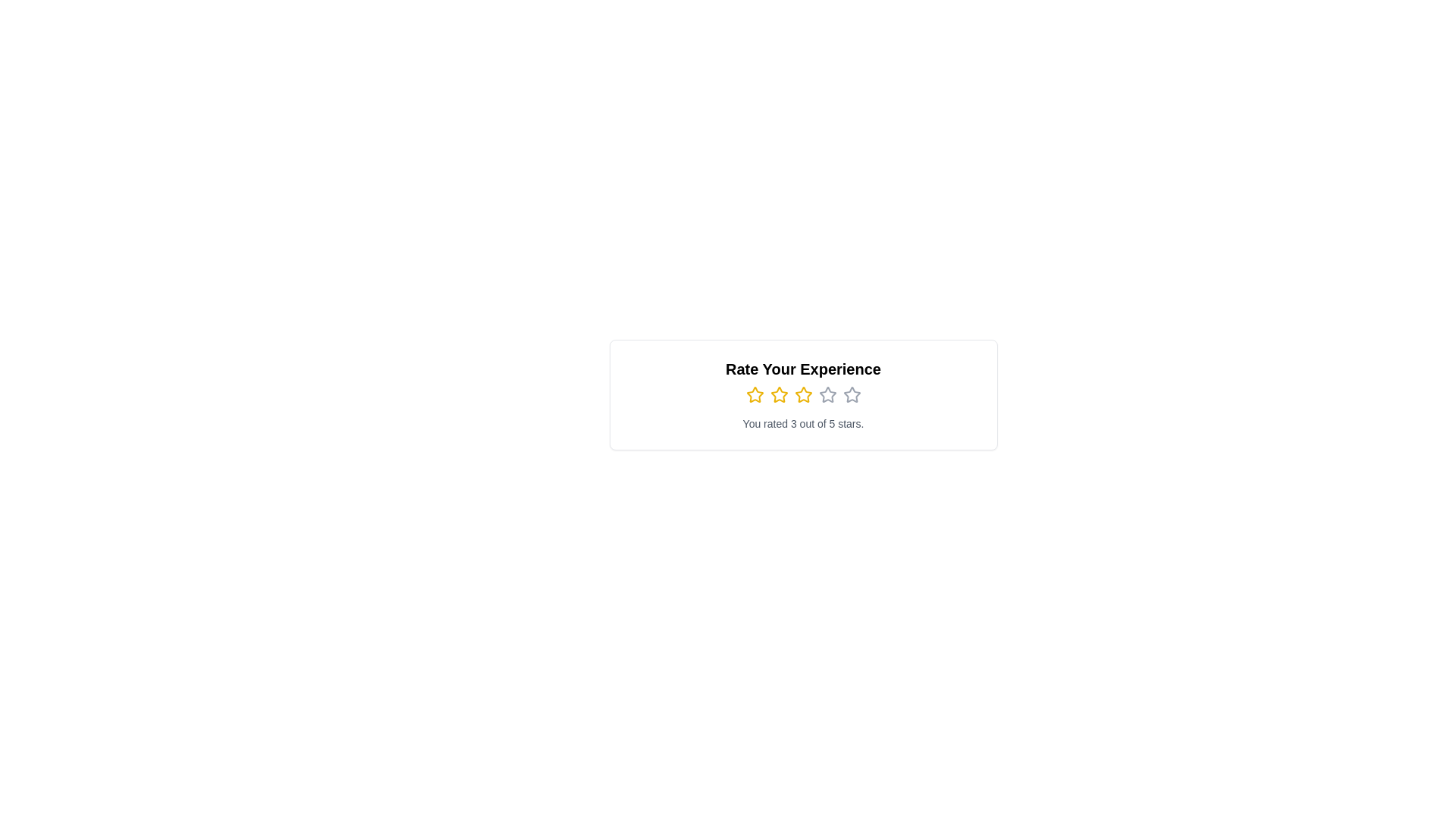 This screenshot has width=1456, height=819. I want to click on the third interactive rating star icon to rate the experience as 3 out of 5 stars, so click(802, 394).